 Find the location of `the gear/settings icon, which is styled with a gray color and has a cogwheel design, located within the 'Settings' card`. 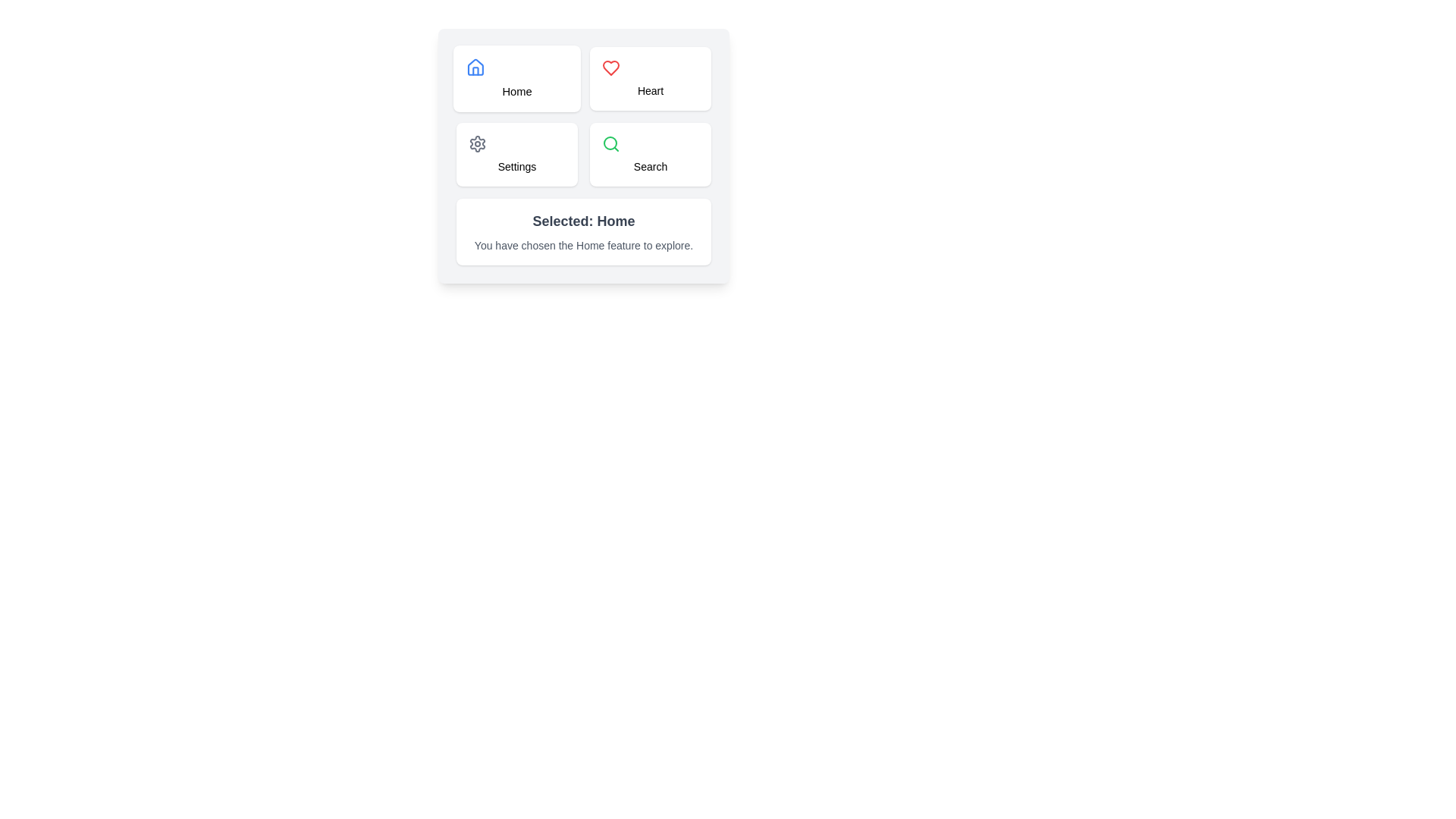

the gear/settings icon, which is styled with a gray color and has a cogwheel design, located within the 'Settings' card is located at coordinates (476, 143).